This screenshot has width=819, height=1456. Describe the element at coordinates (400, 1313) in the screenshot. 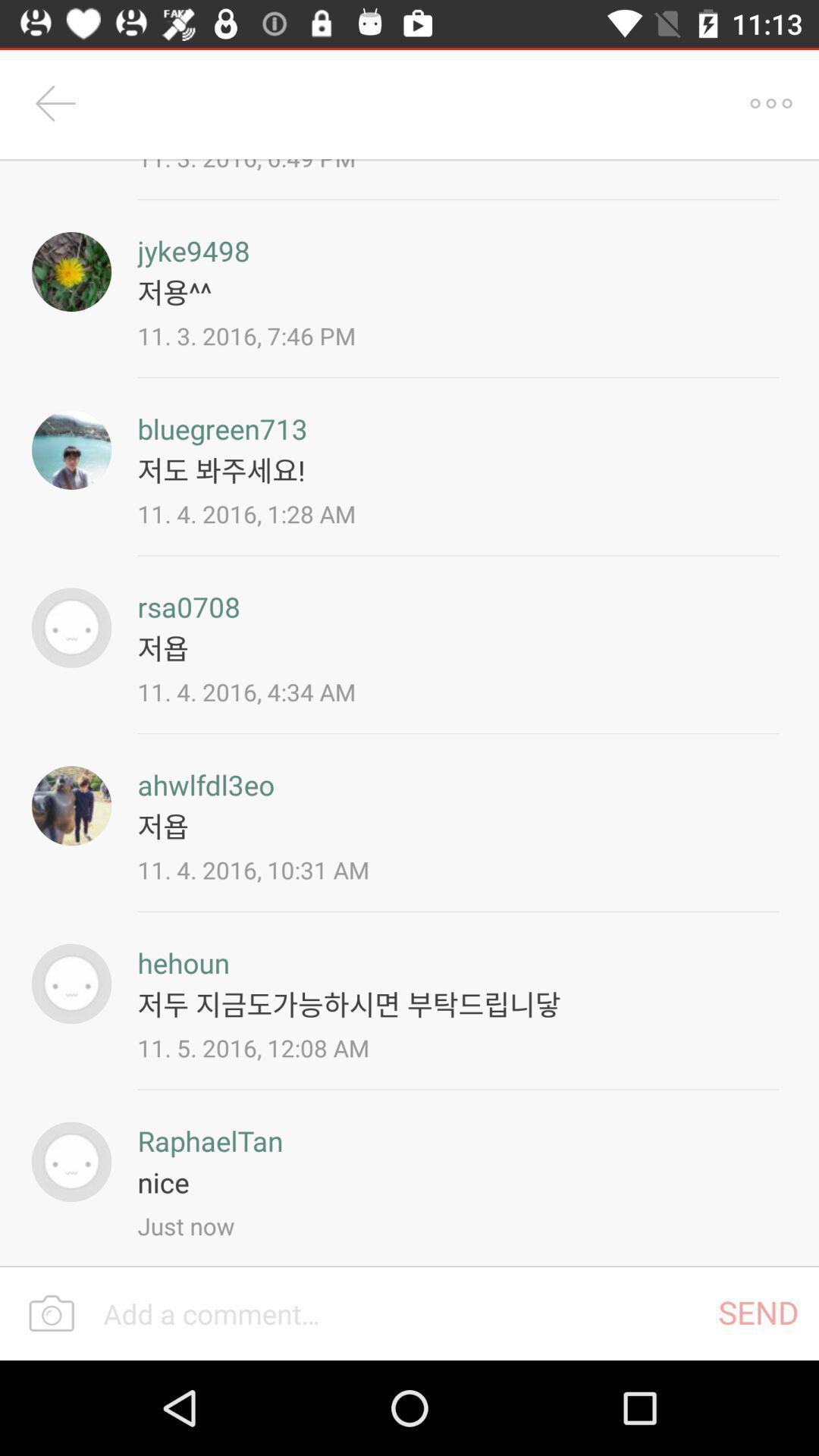

I see `type our comments` at that location.